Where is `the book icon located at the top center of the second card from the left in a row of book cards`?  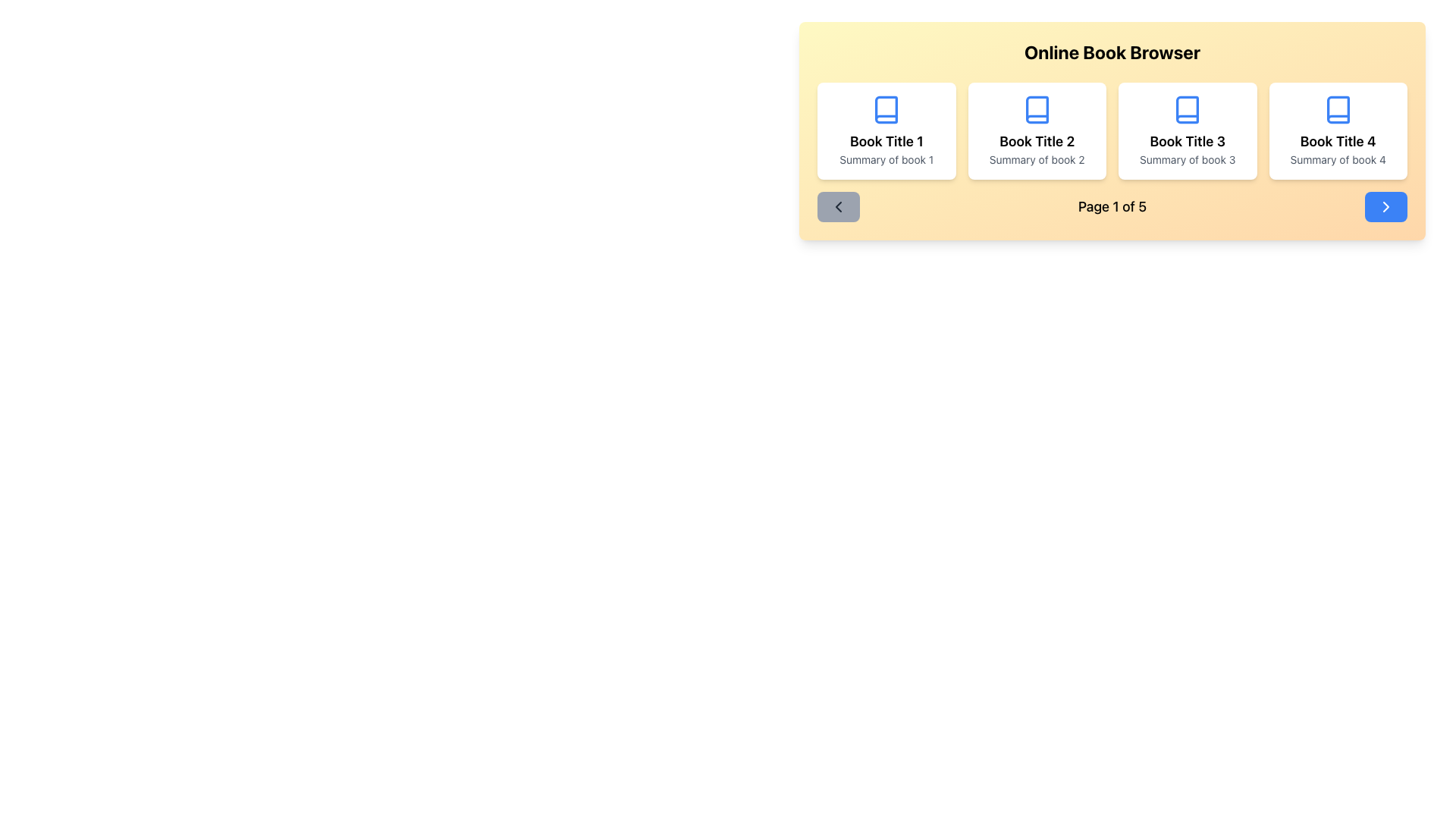
the book icon located at the top center of the second card from the left in a row of book cards is located at coordinates (1036, 109).